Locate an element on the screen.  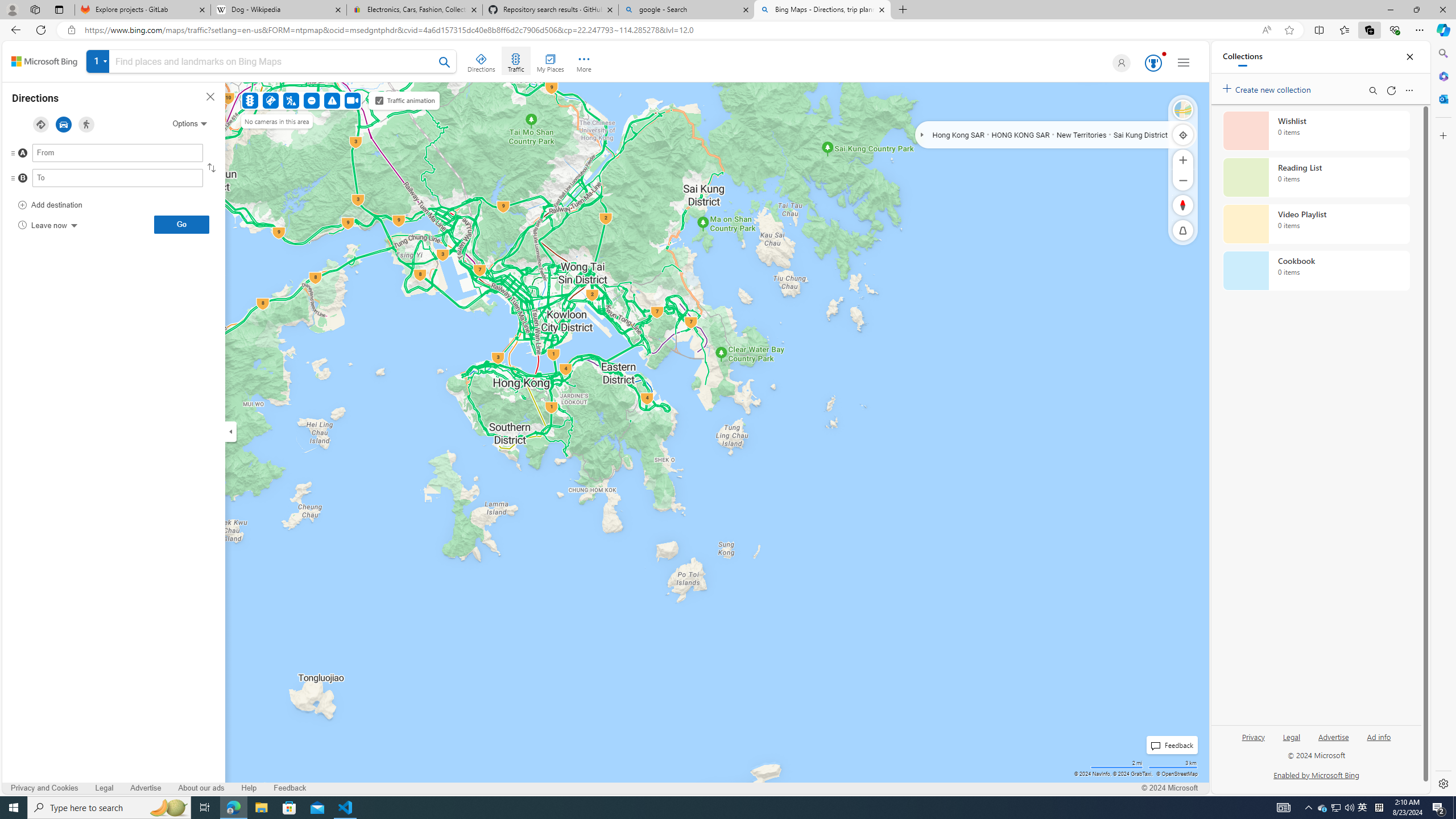
'My Places' is located at coordinates (549, 61).